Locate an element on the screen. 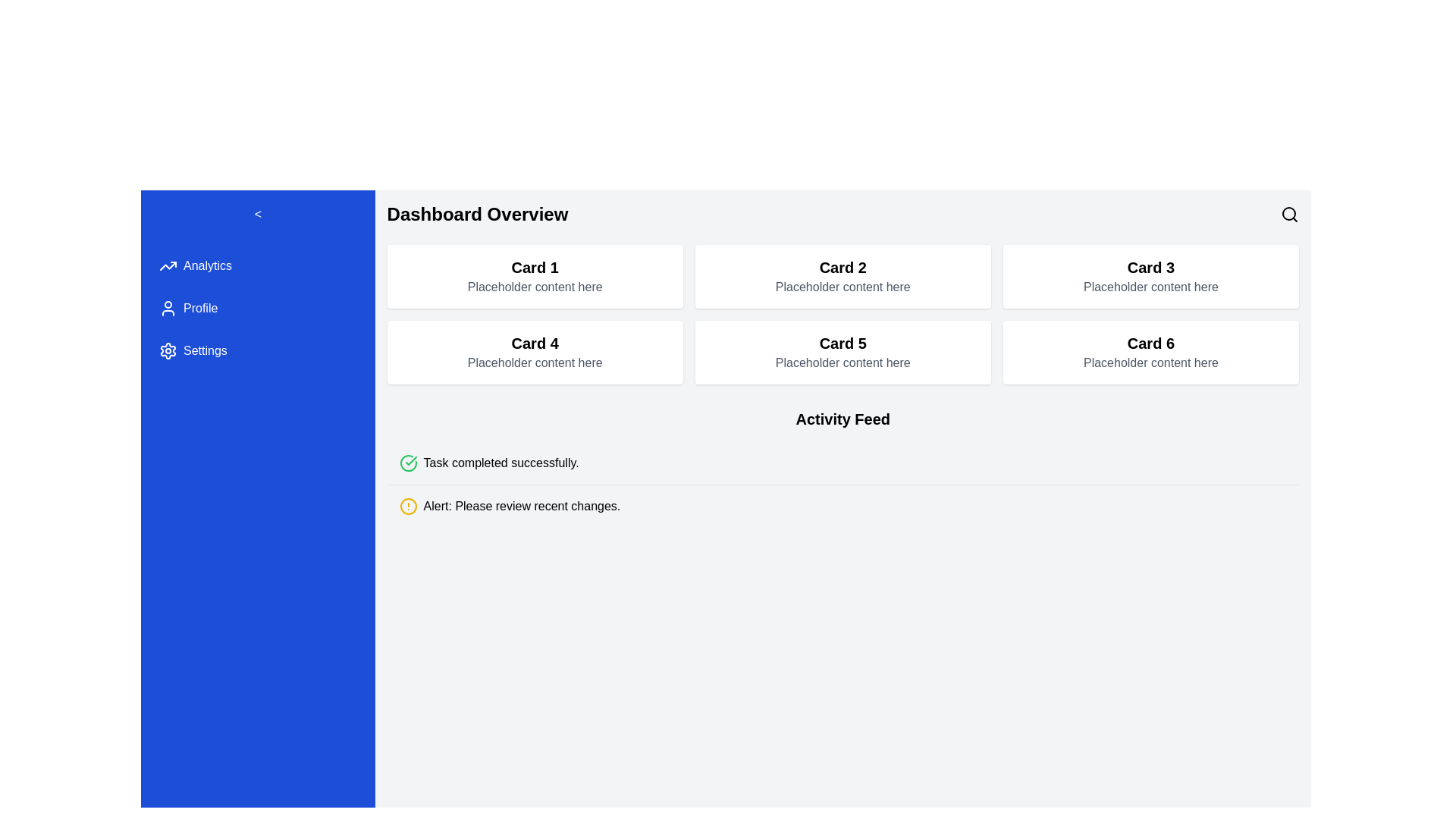 This screenshot has height=819, width=1456. the Navigation Button located in the sidebar menu, which is positioned below the 'Profile' button and above other menu options is located at coordinates (258, 350).